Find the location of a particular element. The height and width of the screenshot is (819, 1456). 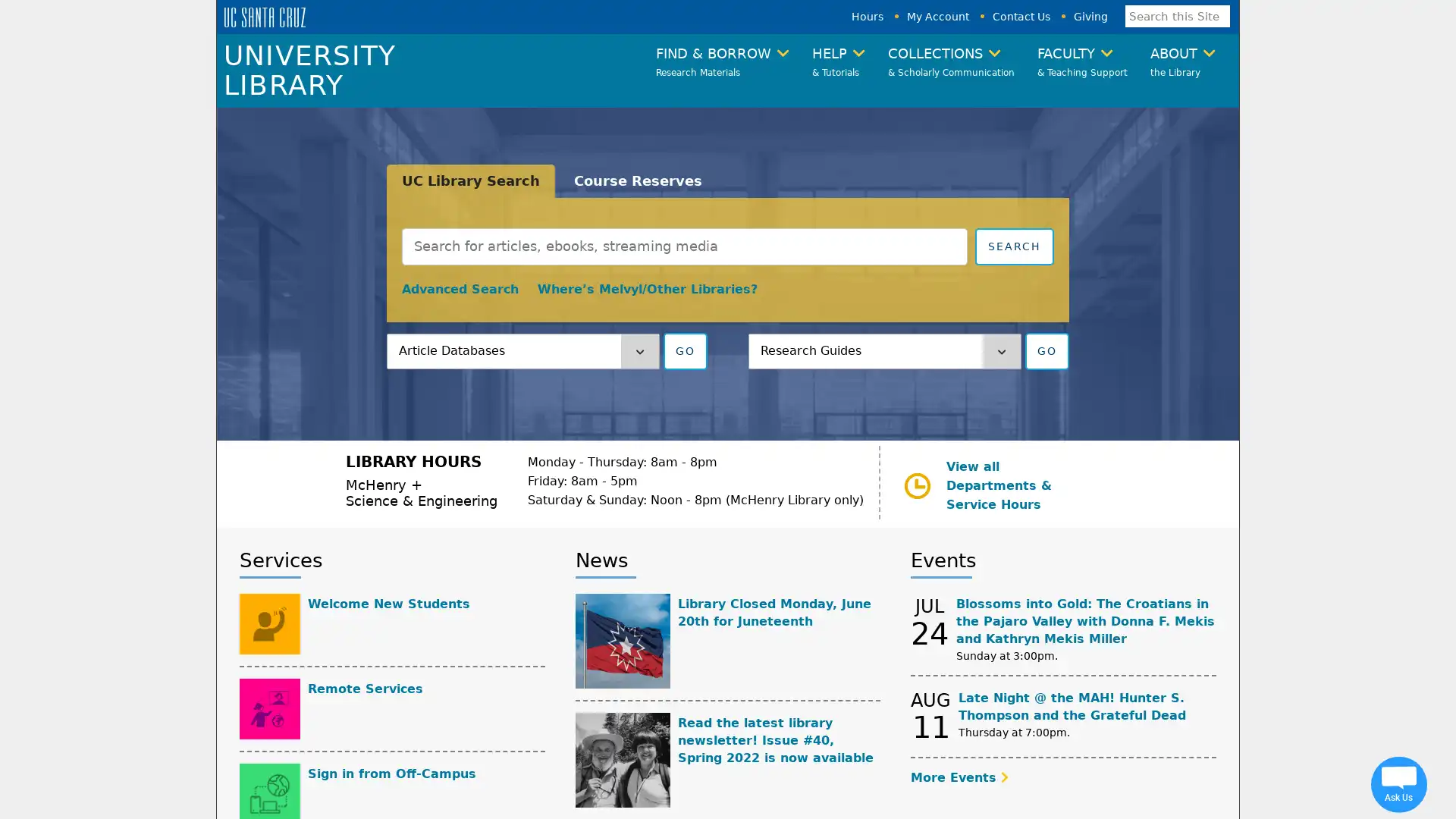

GO is located at coordinates (684, 350).